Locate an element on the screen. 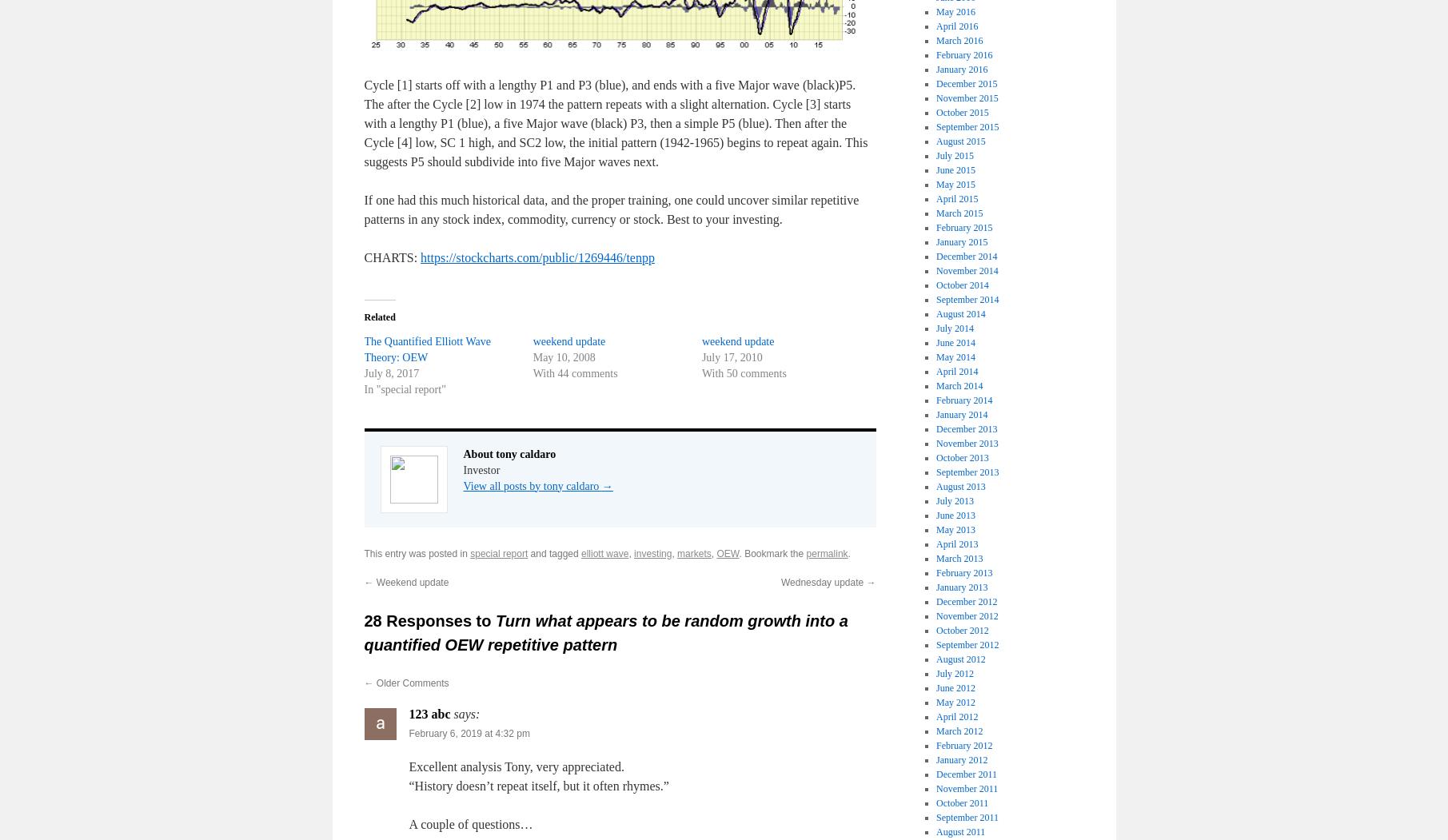 This screenshot has width=1448, height=840. 'May 2015' is located at coordinates (935, 182).